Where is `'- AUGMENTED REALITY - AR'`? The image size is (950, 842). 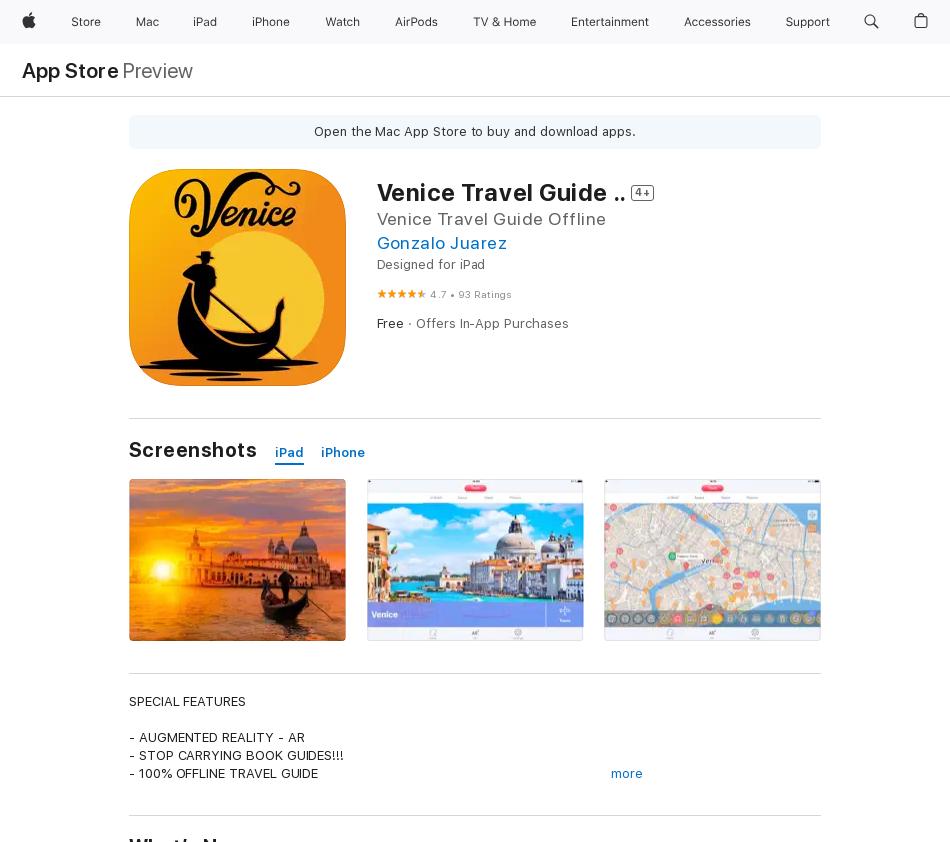
'- AUGMENTED REALITY - AR' is located at coordinates (216, 737).